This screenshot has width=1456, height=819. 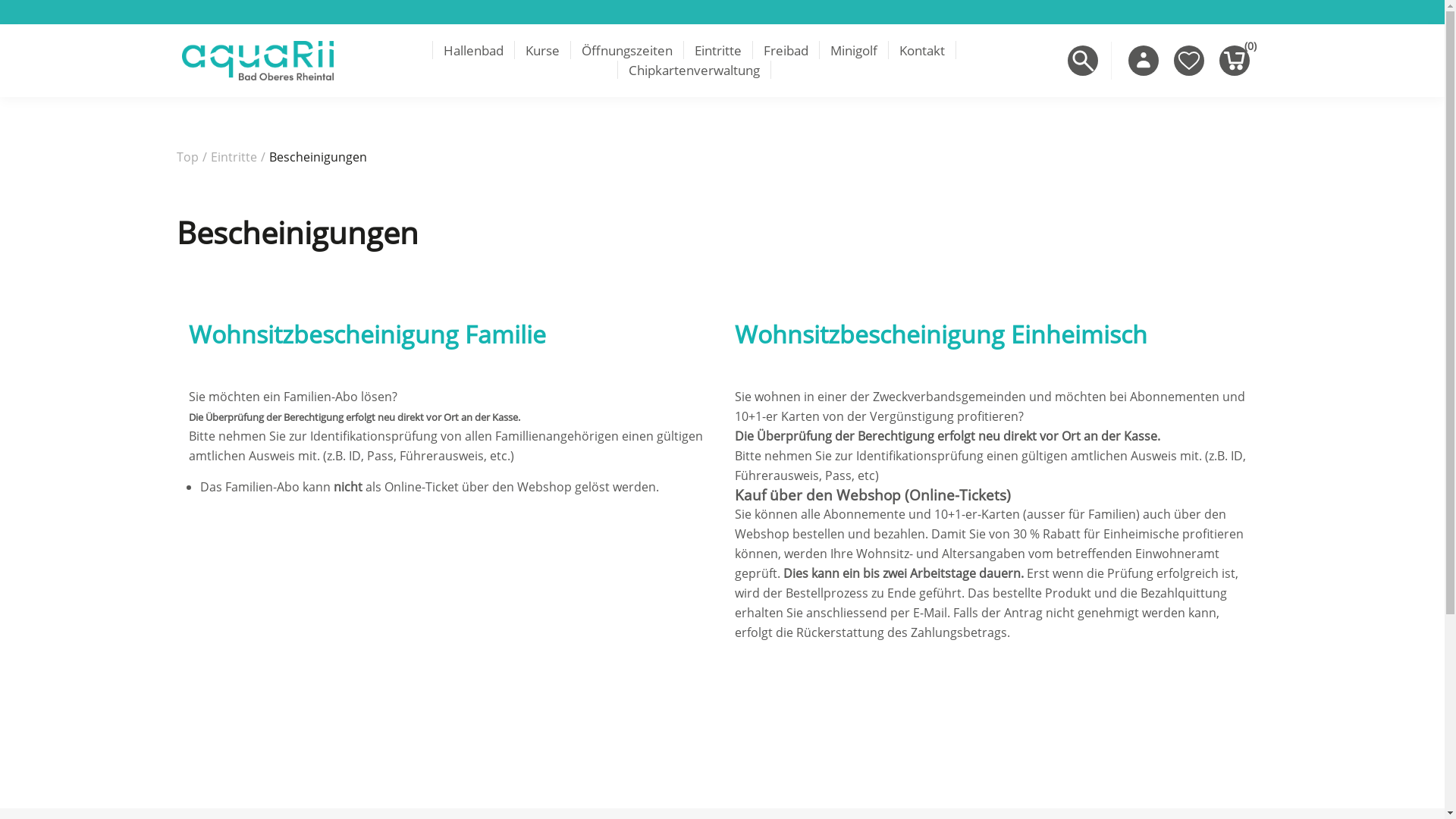 What do you see at coordinates (752, 49) in the screenshot?
I see `'Freibad'` at bounding box center [752, 49].